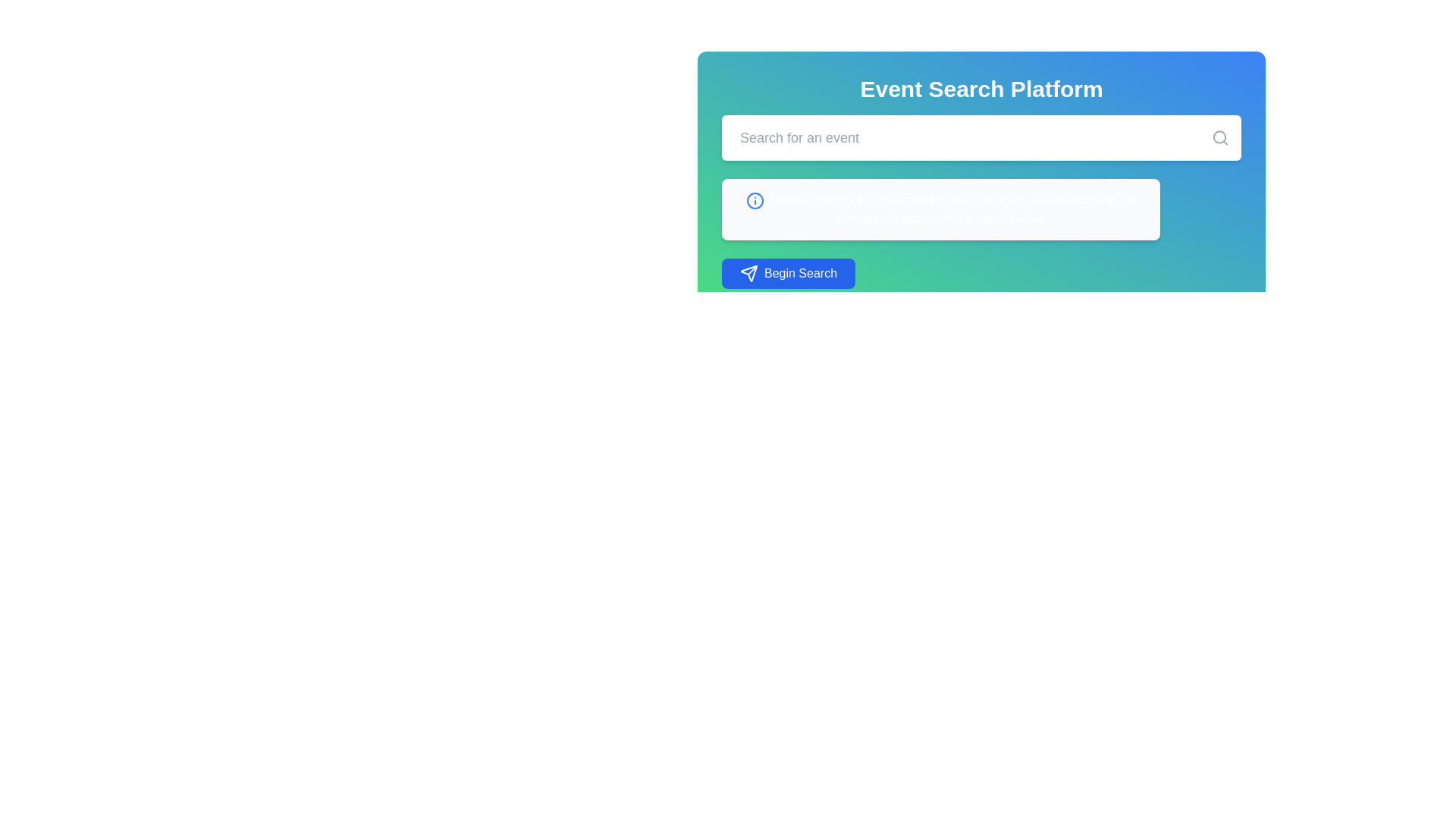 This screenshot has height=819, width=1456. What do you see at coordinates (749, 271) in the screenshot?
I see `the paper-plane styled icon located at the top-left of the 'Begin Search' button` at bounding box center [749, 271].